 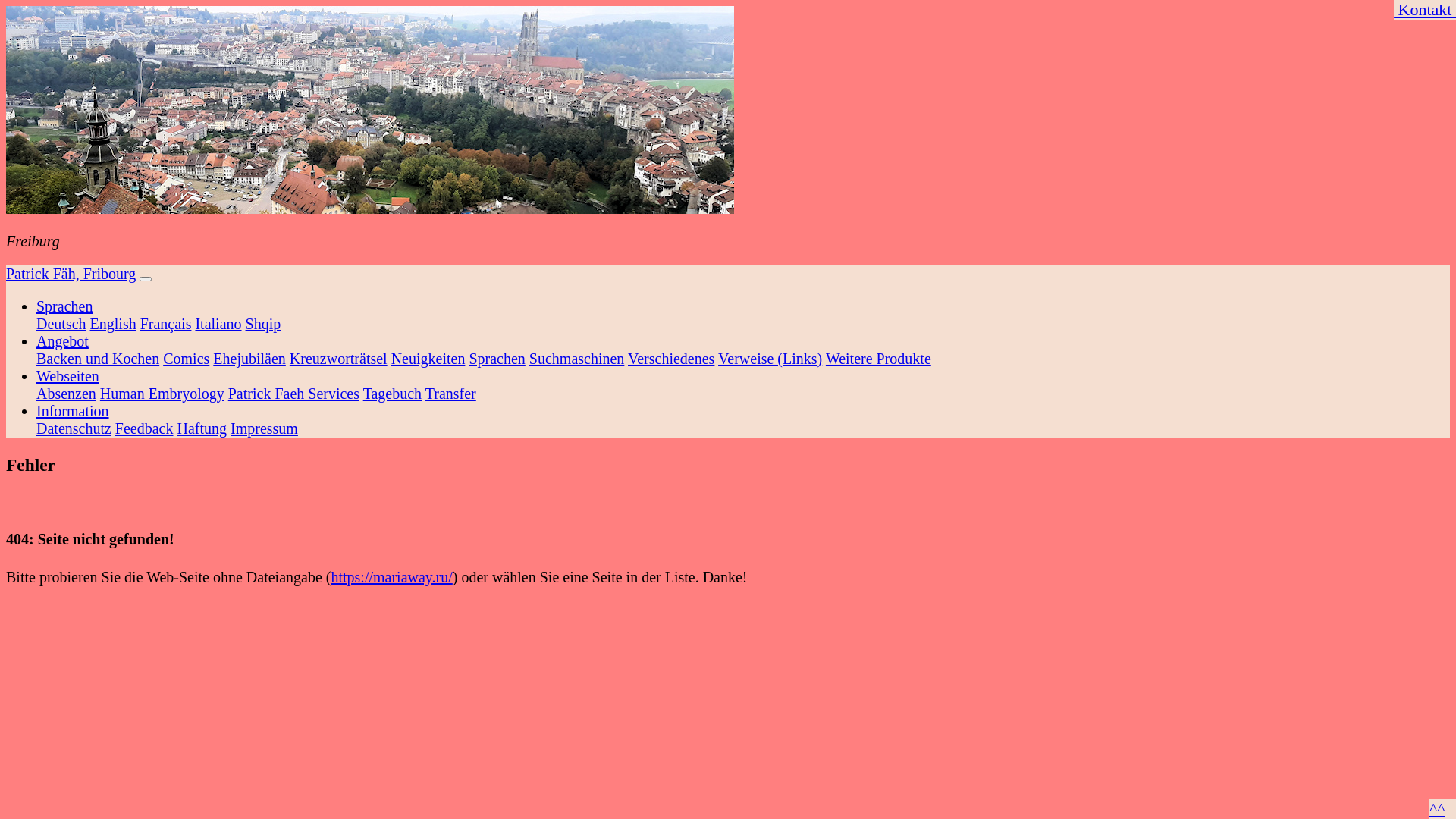 I want to click on 'Deutsch', so click(x=61, y=323).